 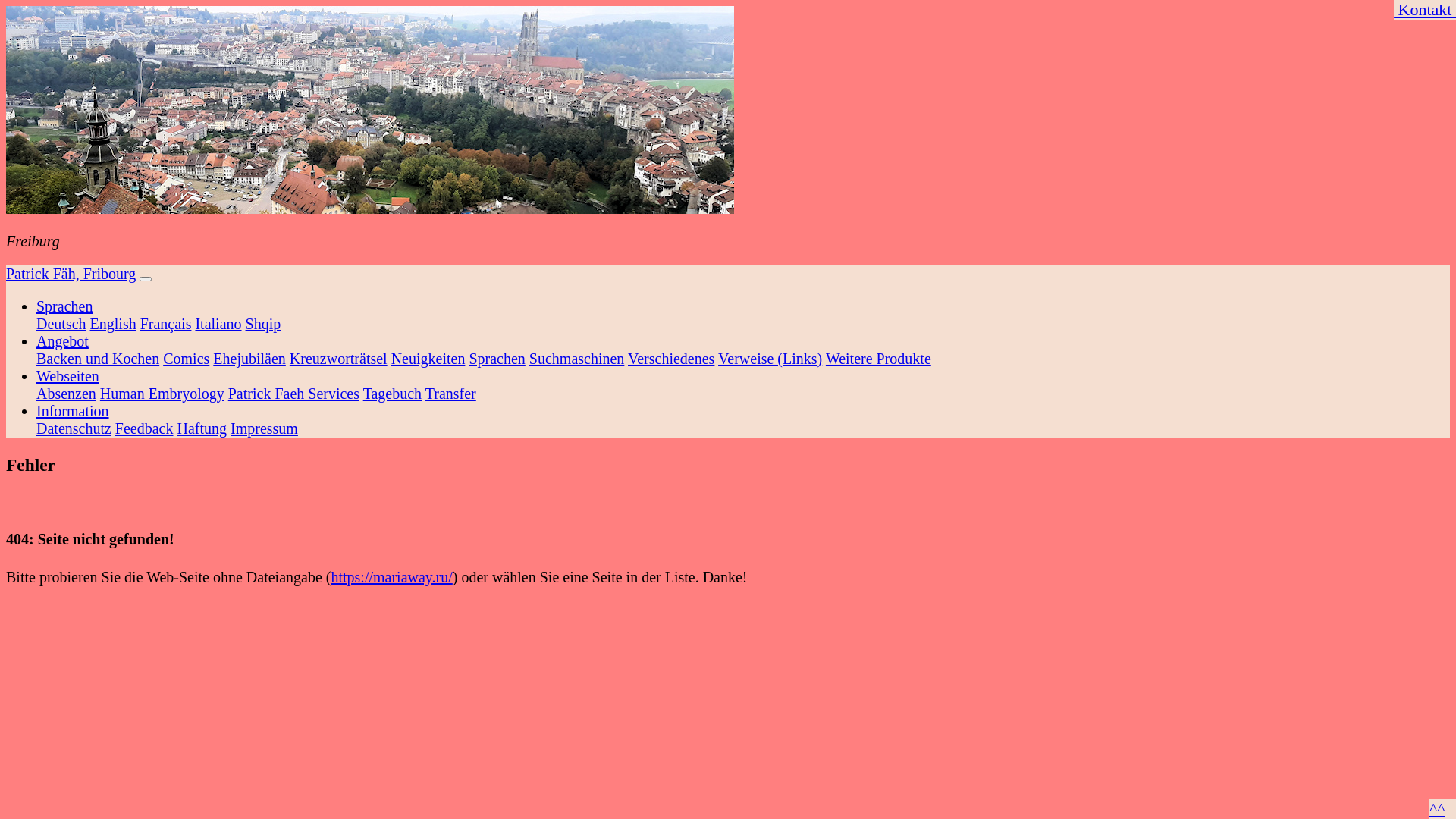 I want to click on 'Deutsch', so click(x=61, y=323).